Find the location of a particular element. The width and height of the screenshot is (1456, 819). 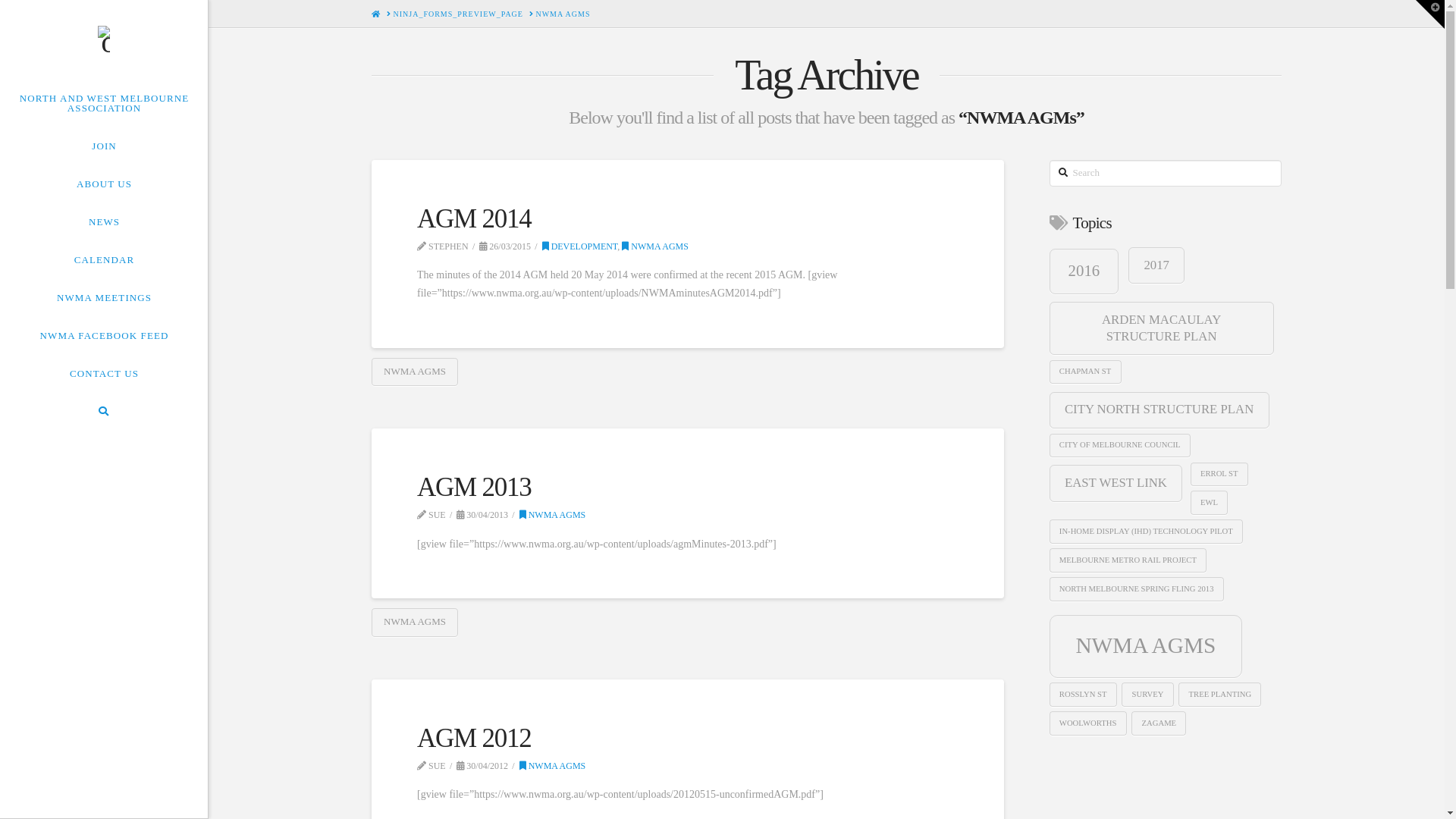

'AGM 2013' is located at coordinates (473, 487).